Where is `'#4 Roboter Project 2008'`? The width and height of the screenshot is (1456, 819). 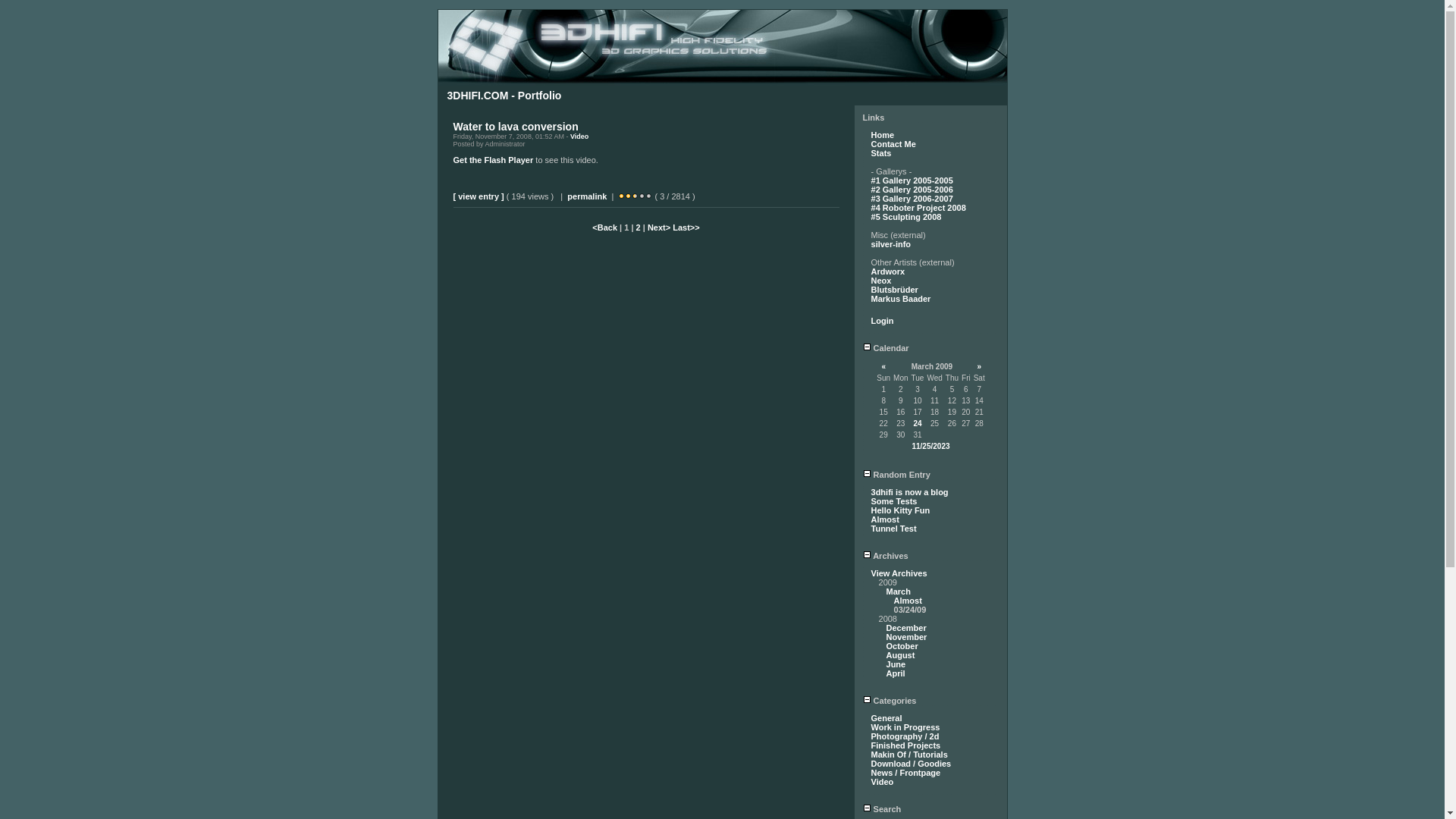 '#4 Roboter Project 2008' is located at coordinates (918, 207).